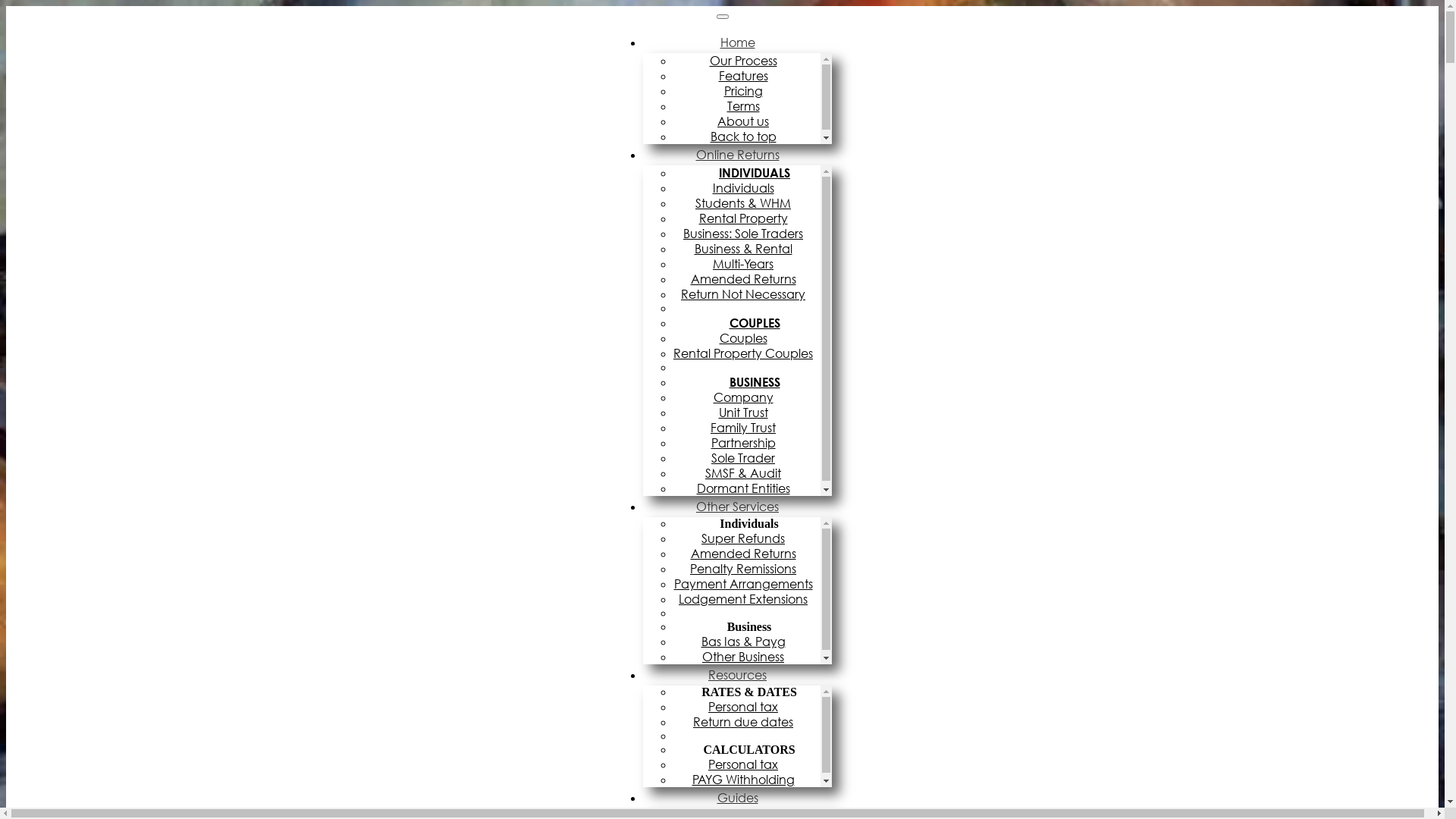 This screenshot has width=1456, height=819. I want to click on 'Business: Sole Traders', so click(746, 234).